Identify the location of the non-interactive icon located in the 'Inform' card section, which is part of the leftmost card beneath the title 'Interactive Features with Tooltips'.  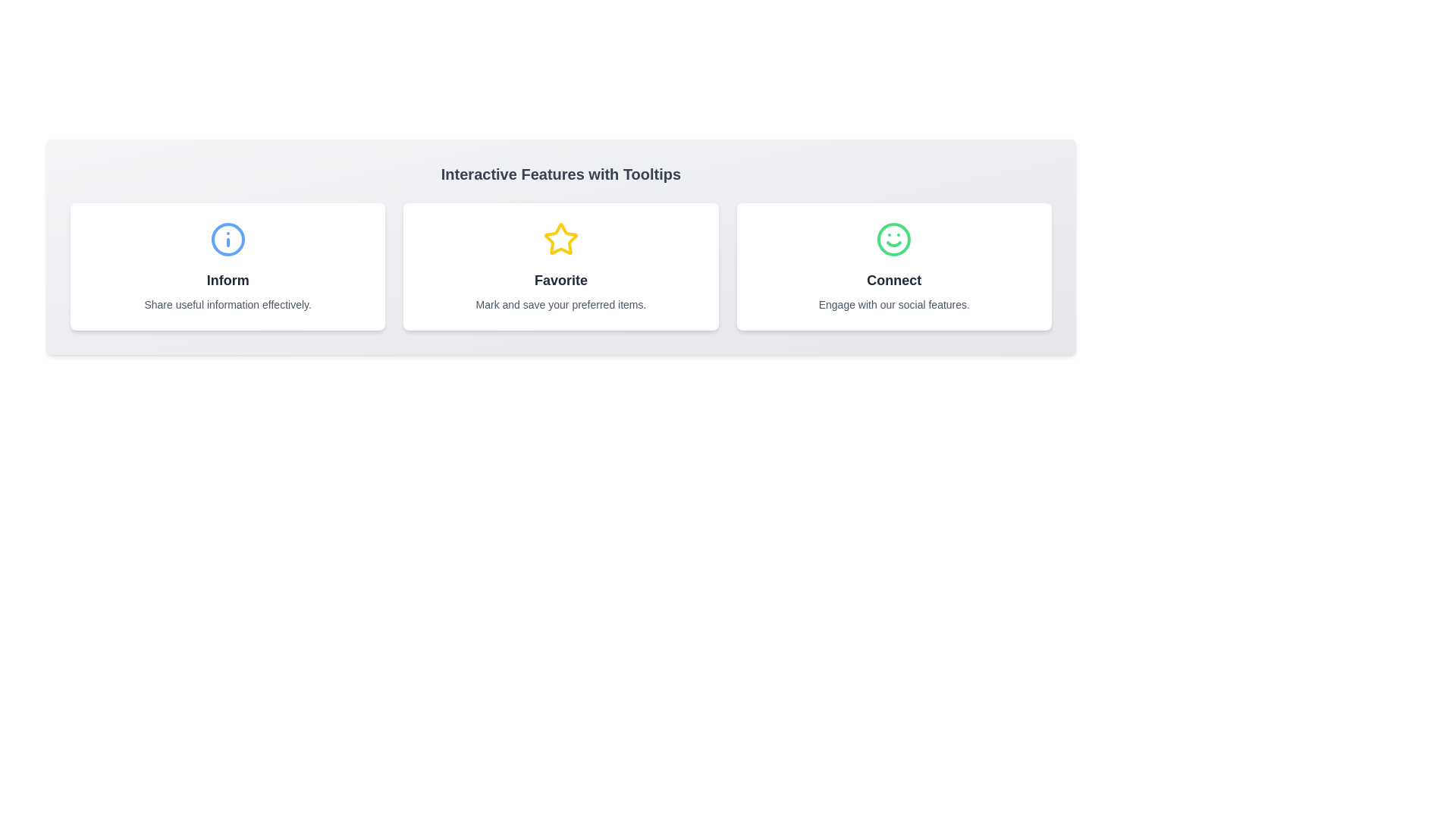
(227, 239).